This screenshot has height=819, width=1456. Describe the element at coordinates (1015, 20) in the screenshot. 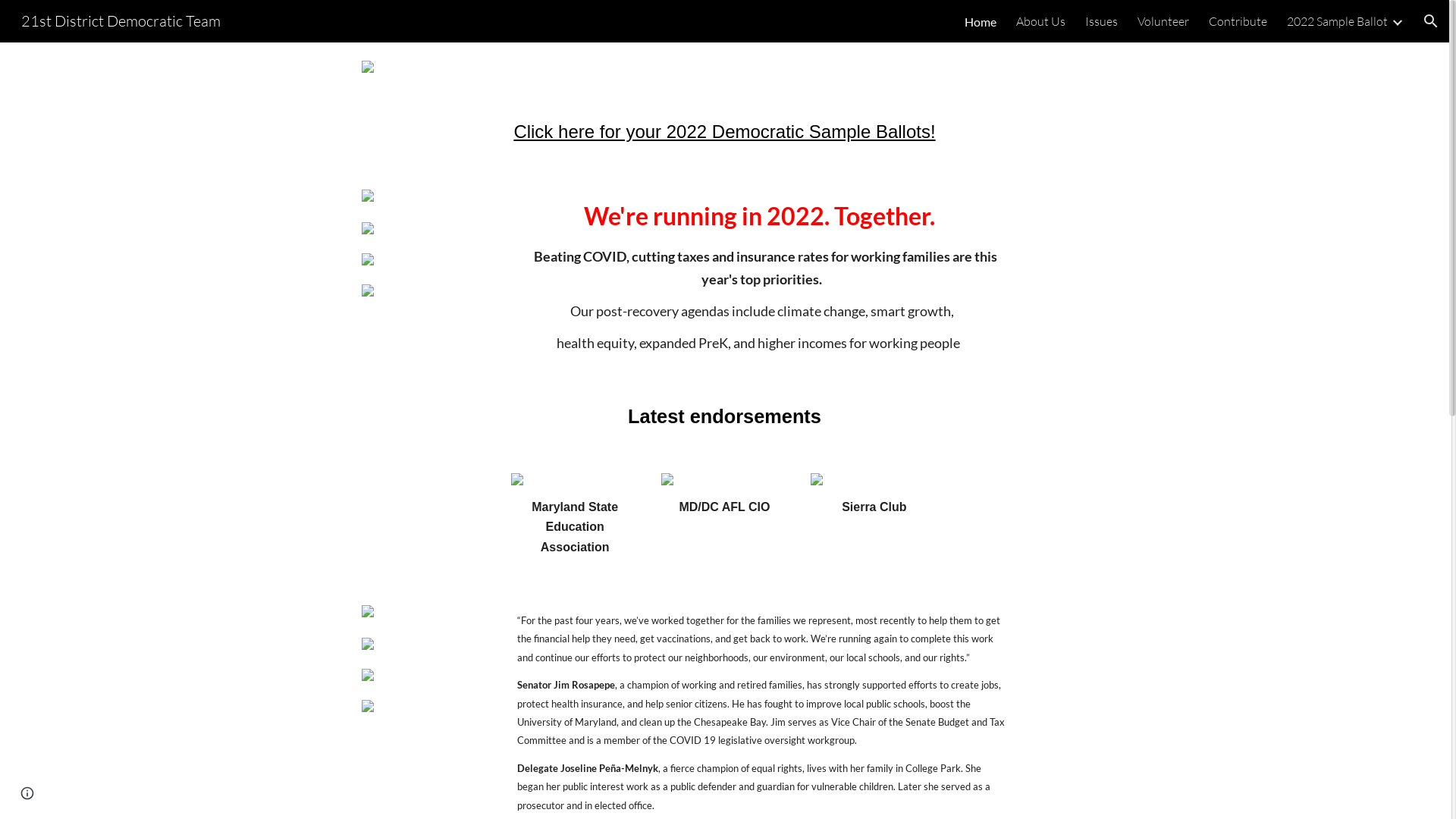

I see `'About Us'` at that location.